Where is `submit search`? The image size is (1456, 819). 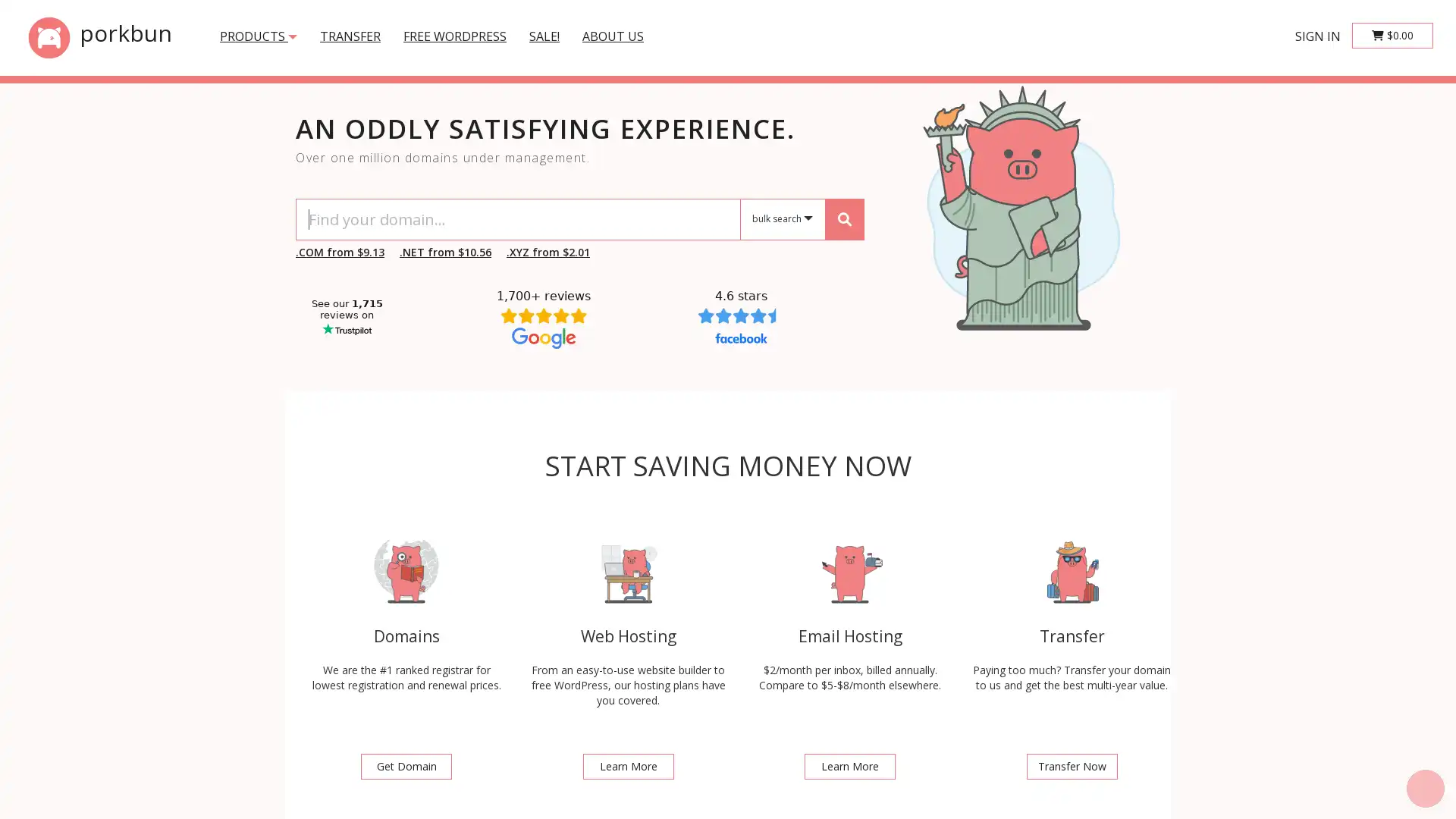 submit search is located at coordinates (843, 218).